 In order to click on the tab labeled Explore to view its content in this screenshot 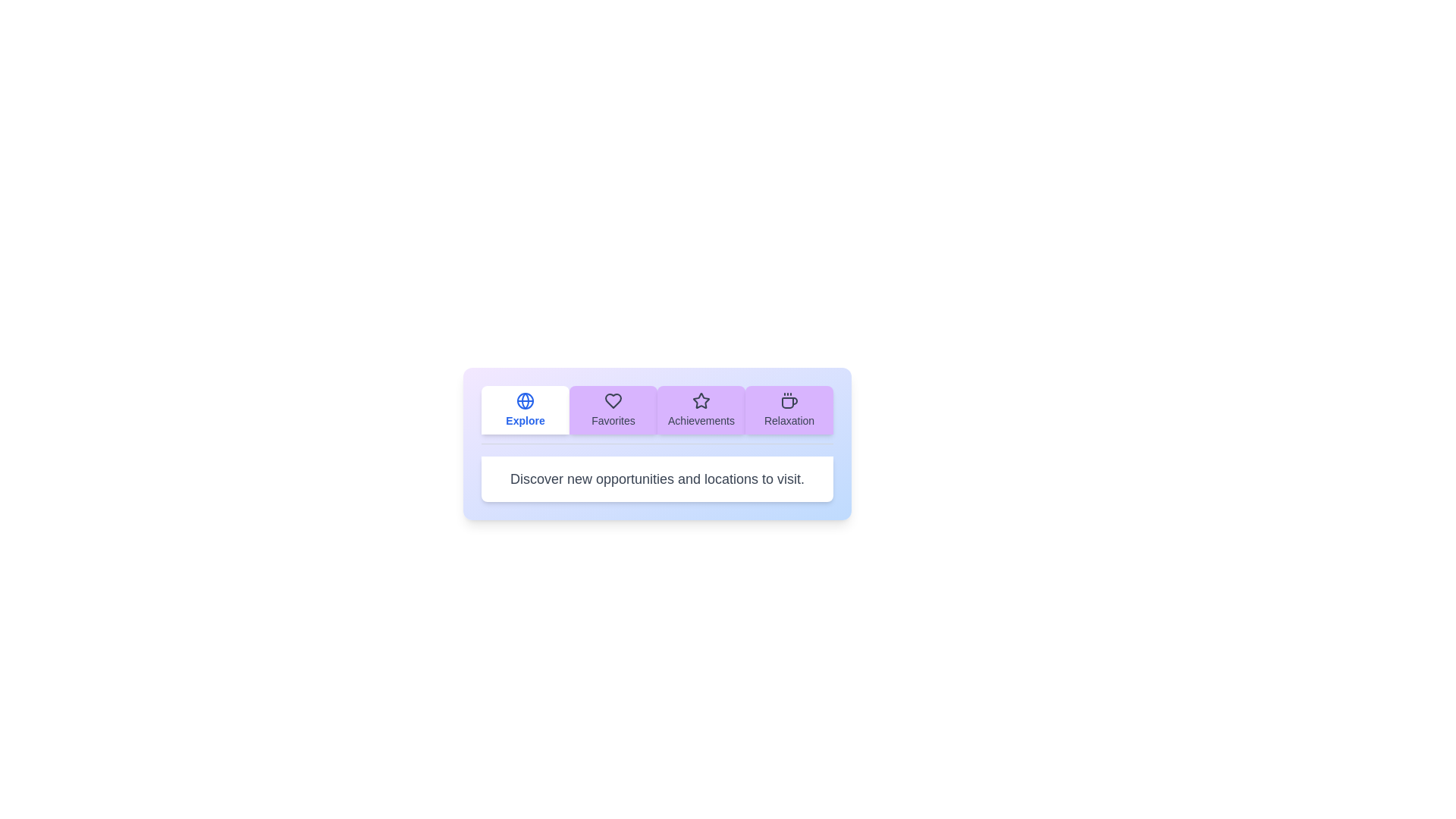, I will do `click(525, 409)`.